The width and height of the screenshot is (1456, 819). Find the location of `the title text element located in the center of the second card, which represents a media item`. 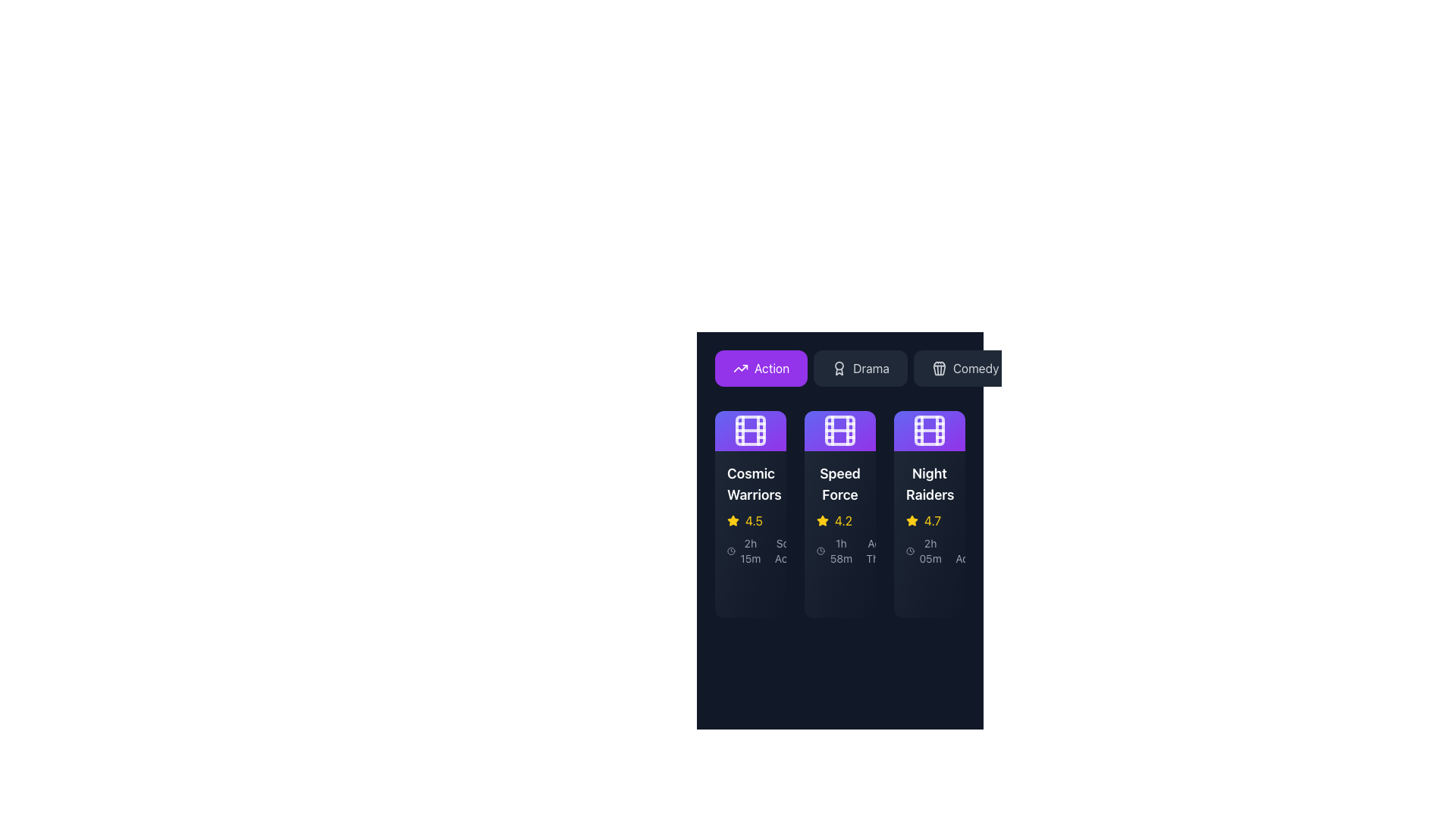

the title text element located in the center of the second card, which represents a media item is located at coordinates (839, 483).